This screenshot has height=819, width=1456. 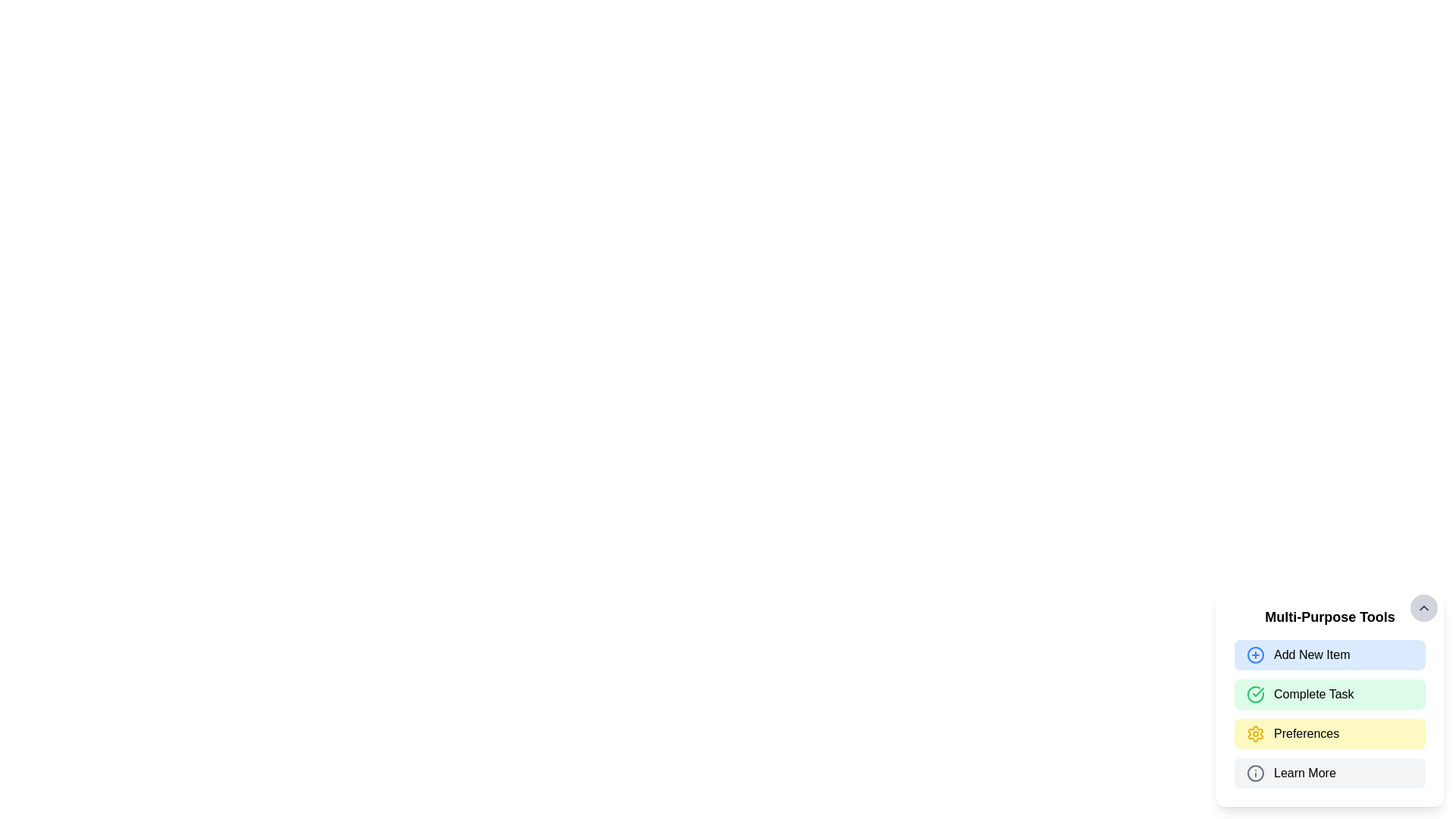 I want to click on the 'Preferences' label in the sidebar, which is the third item in a vertical list between 'Complete Task' and 'Learn More', so click(x=1306, y=733).